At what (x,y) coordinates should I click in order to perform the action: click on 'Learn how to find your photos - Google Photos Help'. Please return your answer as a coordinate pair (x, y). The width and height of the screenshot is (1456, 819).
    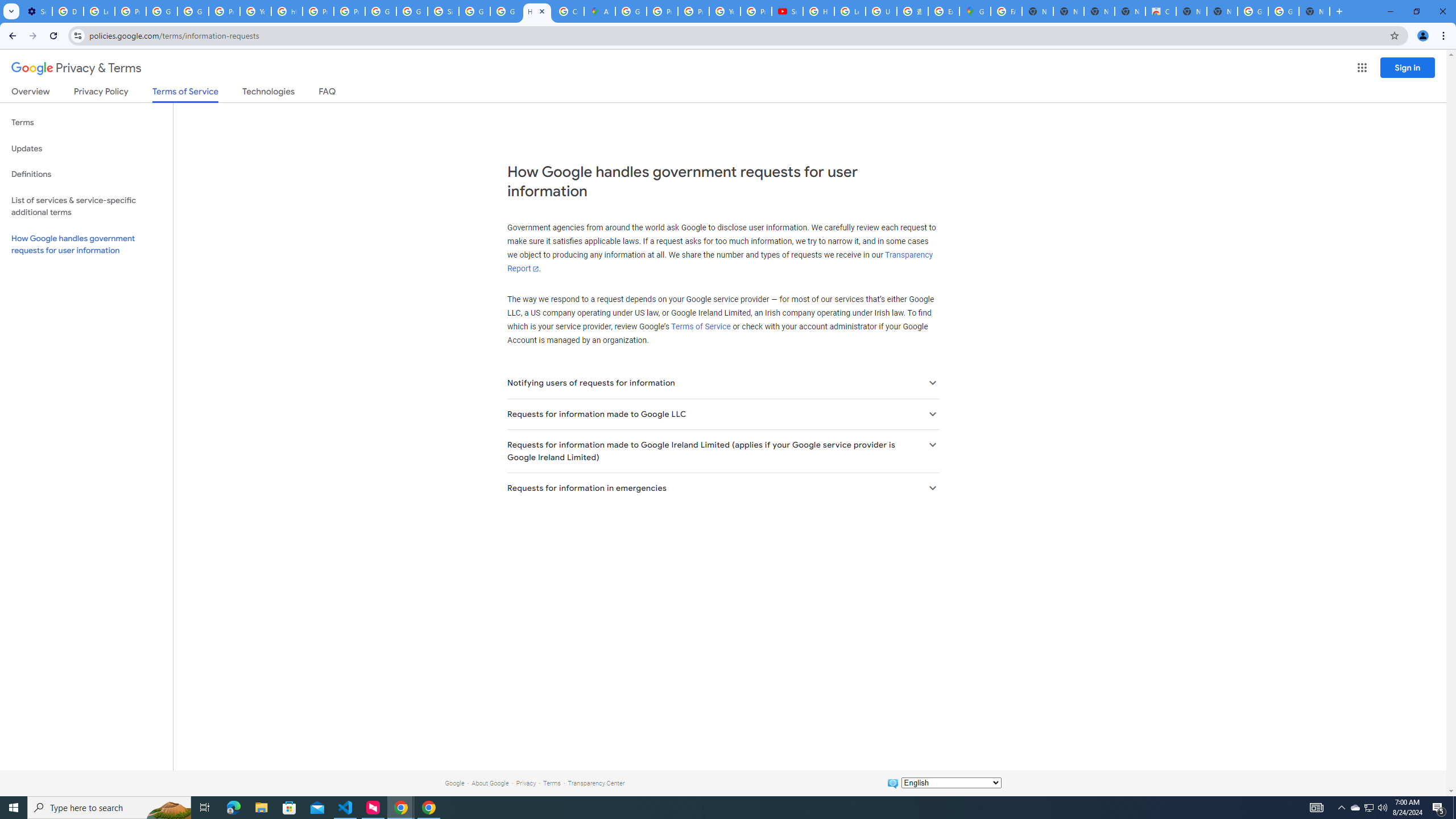
    Looking at the image, I should click on (99, 11).